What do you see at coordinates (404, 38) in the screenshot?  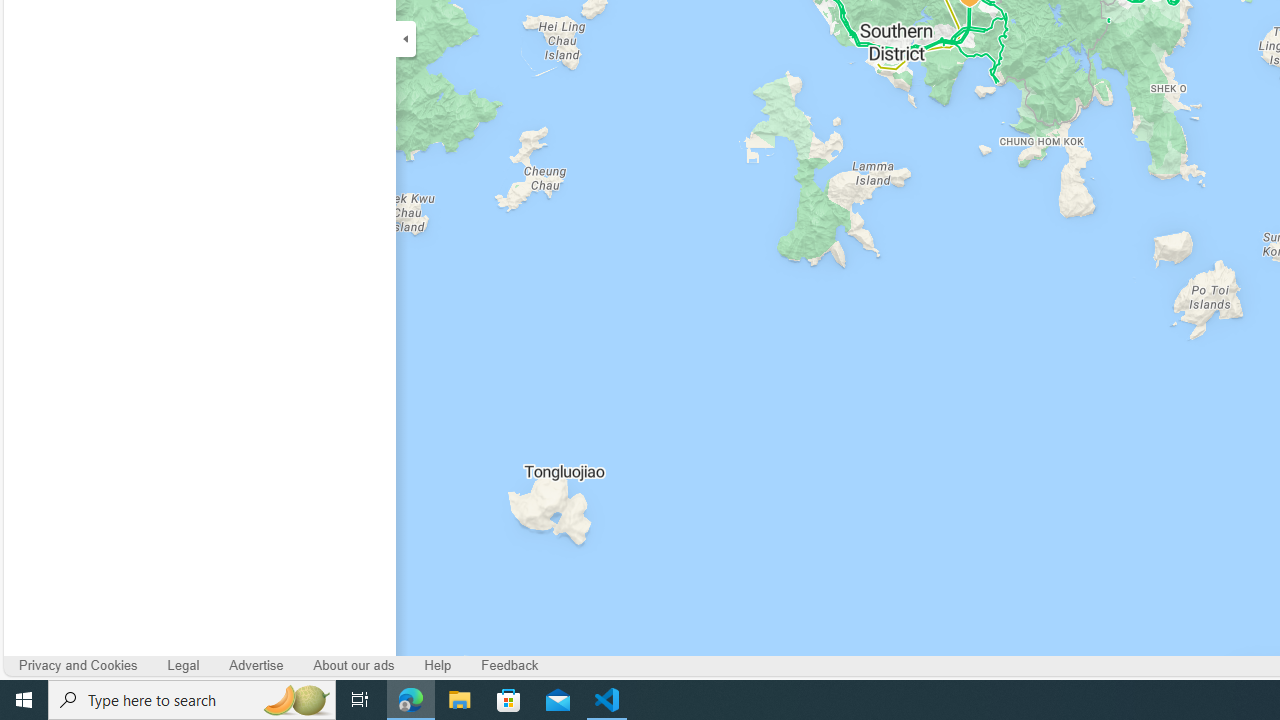 I see `'Expand/Collapse Cards'` at bounding box center [404, 38].